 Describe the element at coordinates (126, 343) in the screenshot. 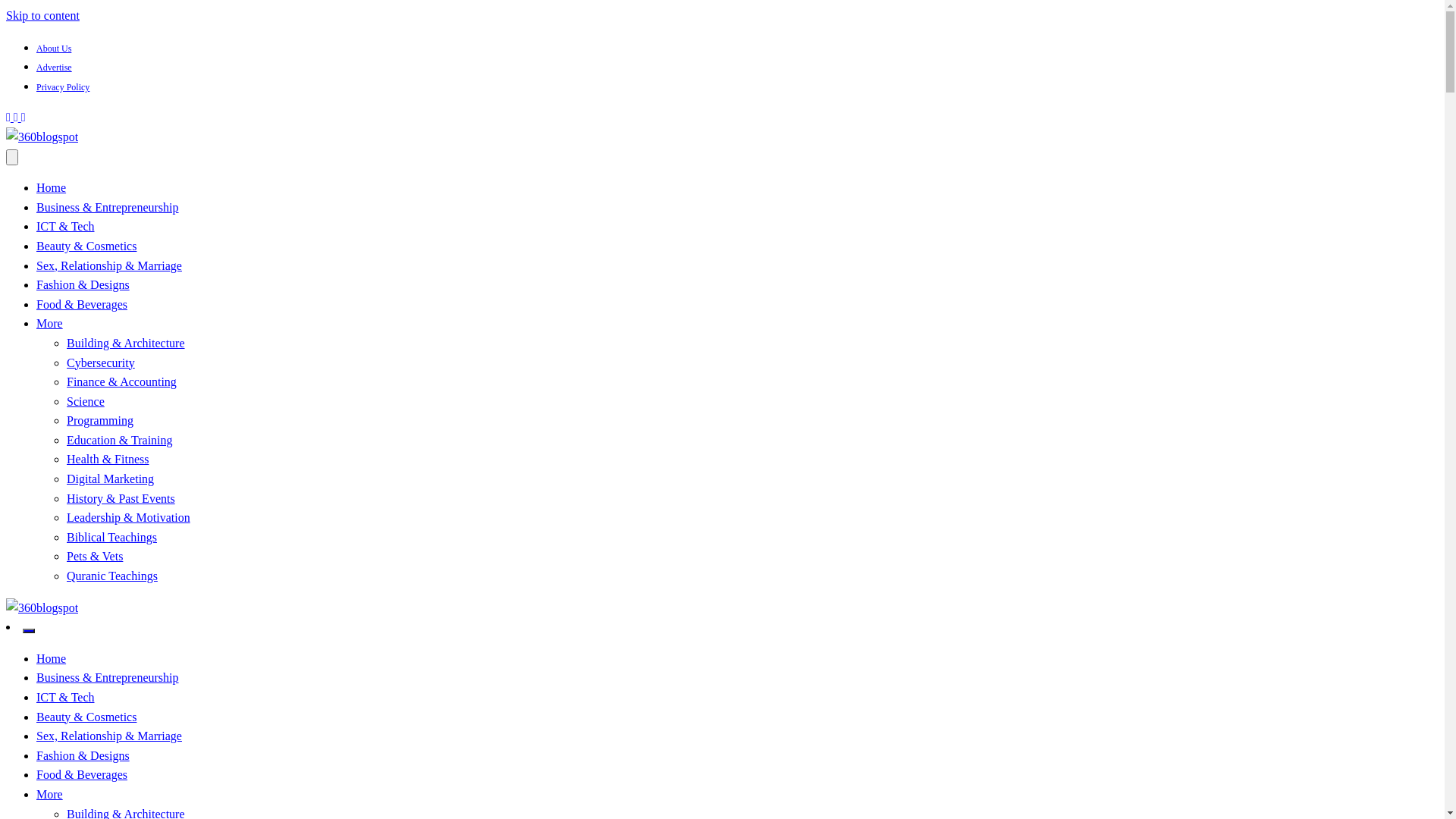

I see `'Building & Architecture'` at that location.